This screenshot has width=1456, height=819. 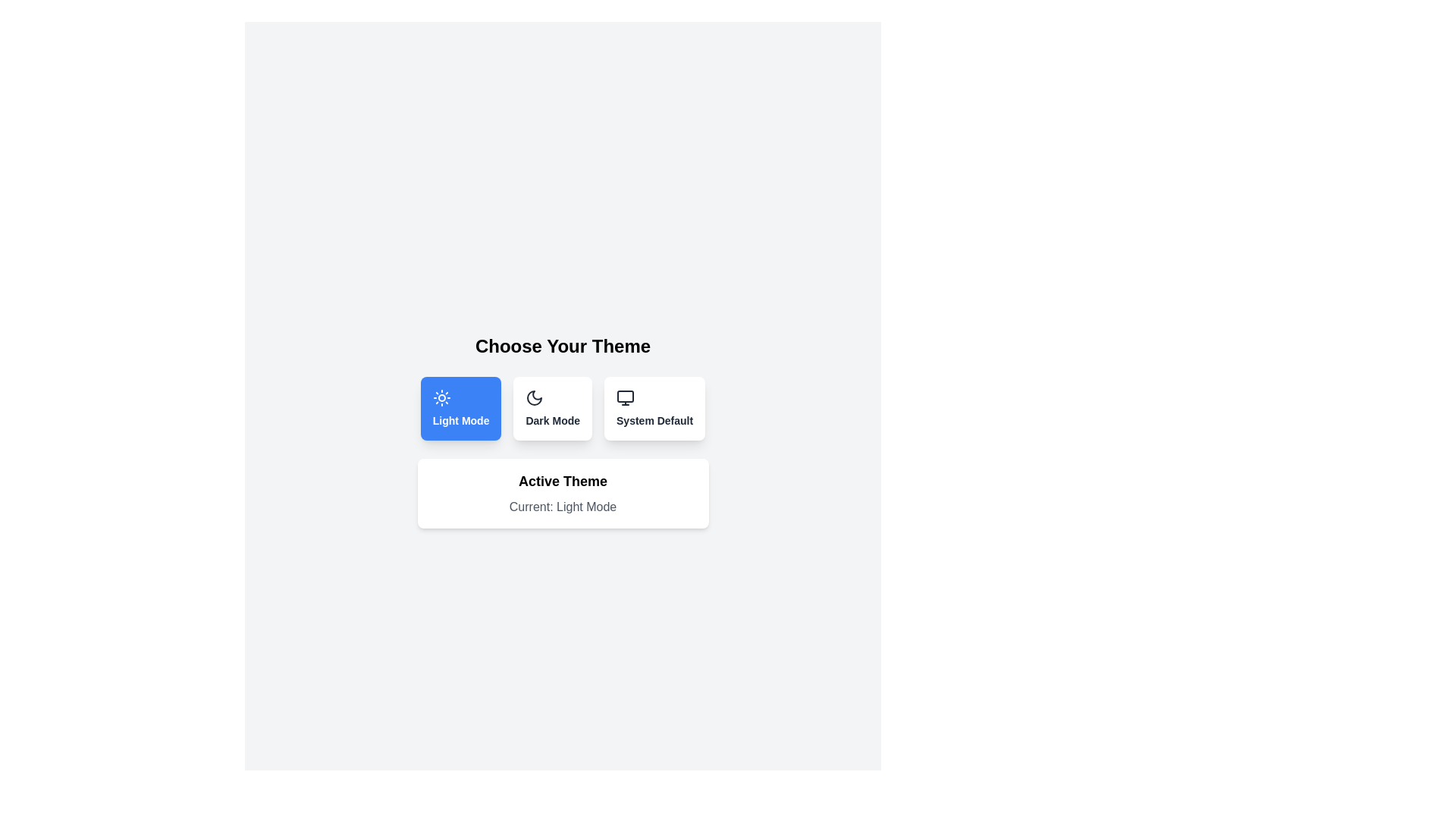 What do you see at coordinates (654, 408) in the screenshot?
I see `the theme button corresponding to System Default to select it` at bounding box center [654, 408].